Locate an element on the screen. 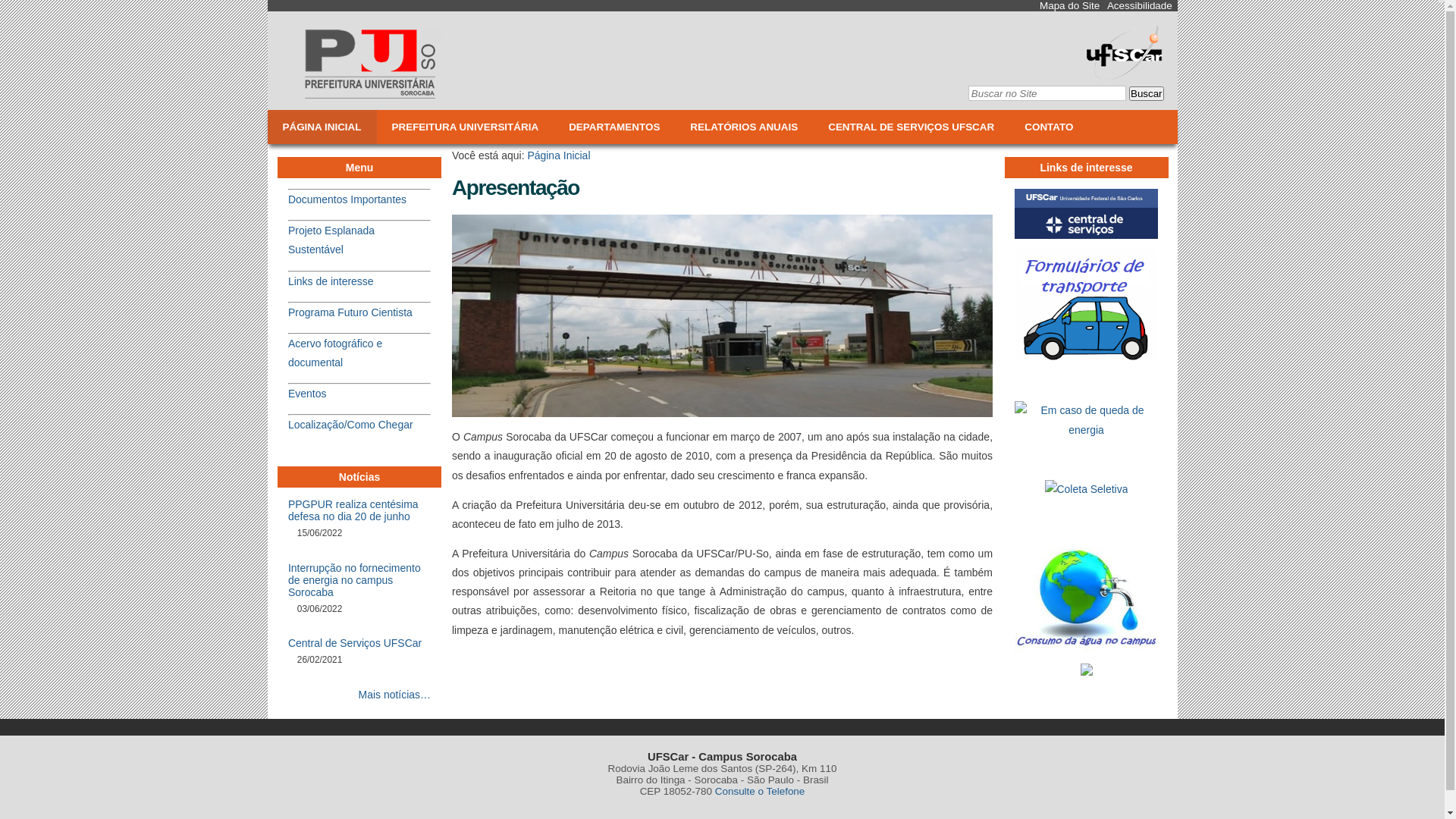 The width and height of the screenshot is (1456, 819). 'Em caso de queda de energia' is located at coordinates (1015, 420).